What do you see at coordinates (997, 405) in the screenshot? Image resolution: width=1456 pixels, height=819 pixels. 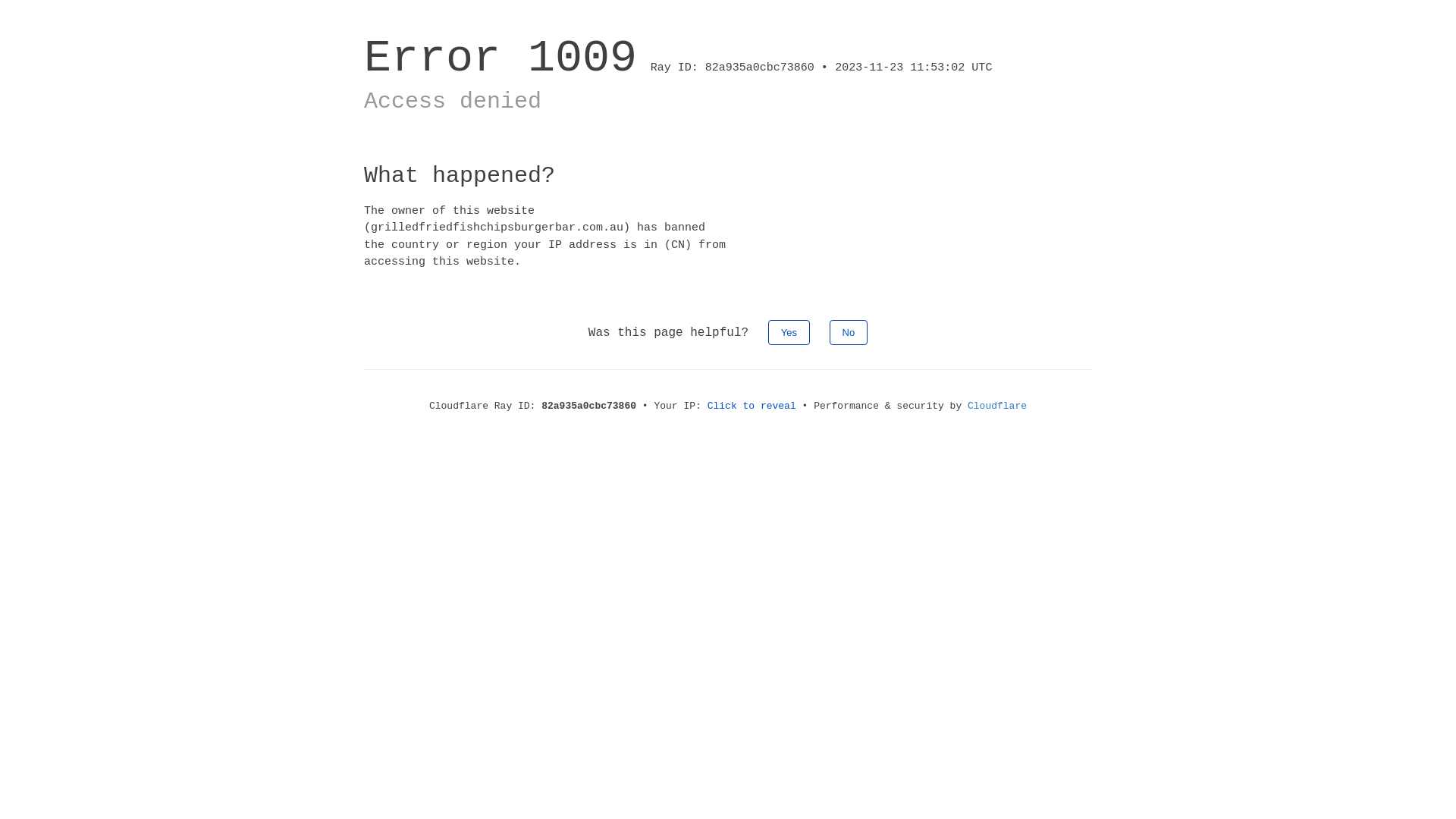 I see `'Cloudflare'` at bounding box center [997, 405].